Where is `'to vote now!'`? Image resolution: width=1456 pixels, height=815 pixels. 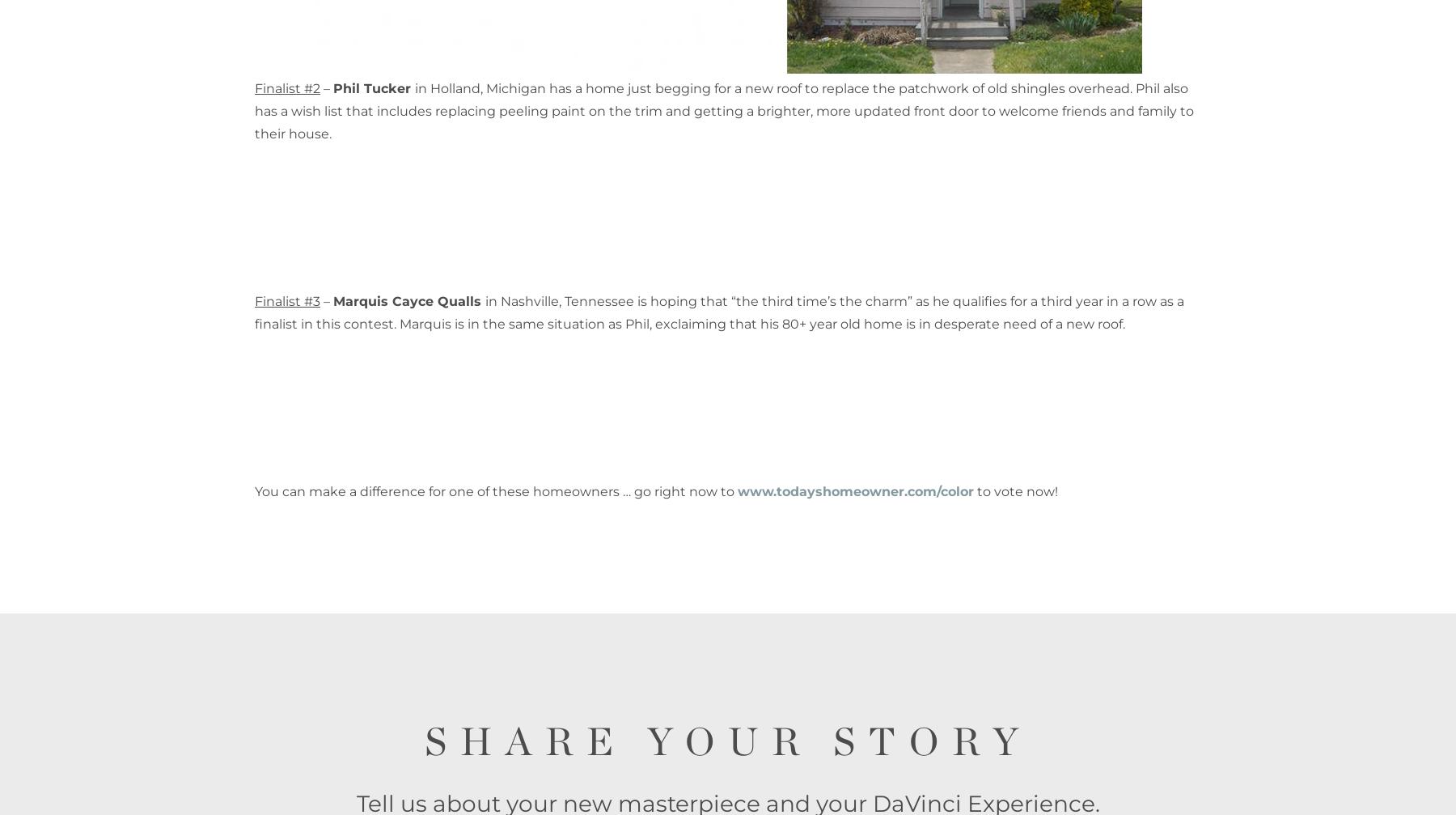
'to vote now!' is located at coordinates (1016, 490).